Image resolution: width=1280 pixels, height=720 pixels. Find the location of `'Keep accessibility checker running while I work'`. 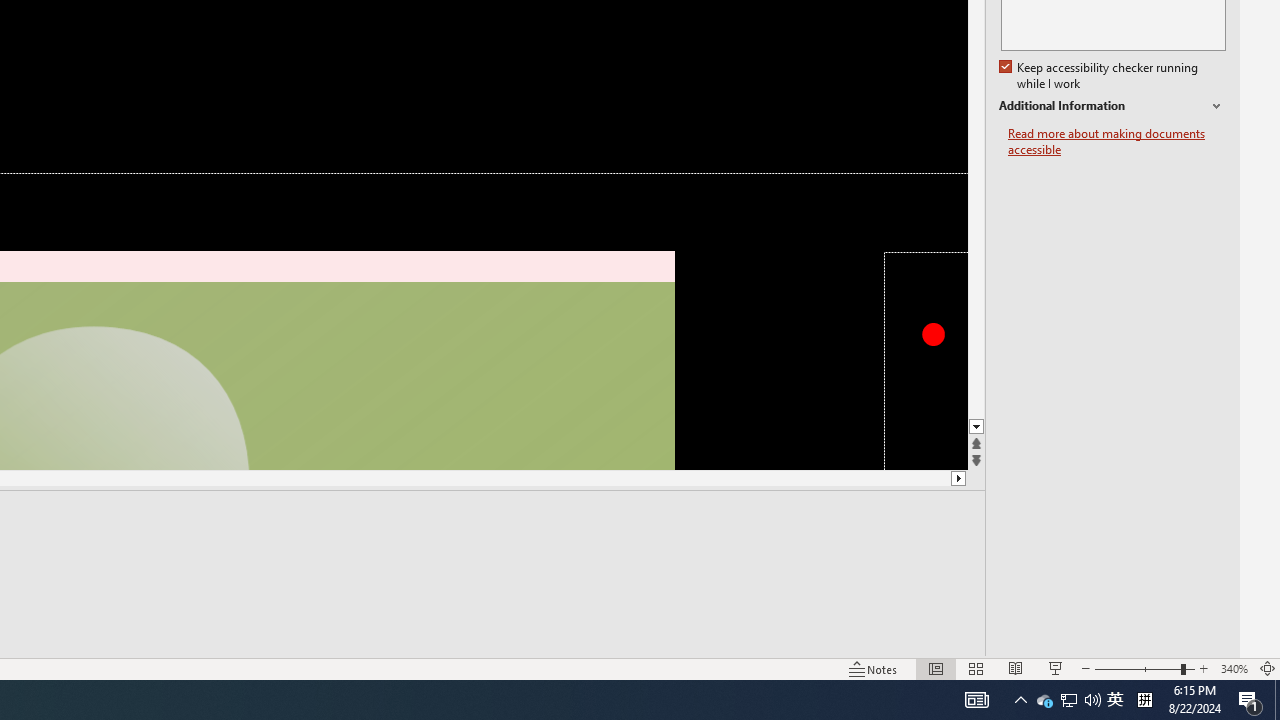

'Keep accessibility checker running while I work' is located at coordinates (1099, 75).